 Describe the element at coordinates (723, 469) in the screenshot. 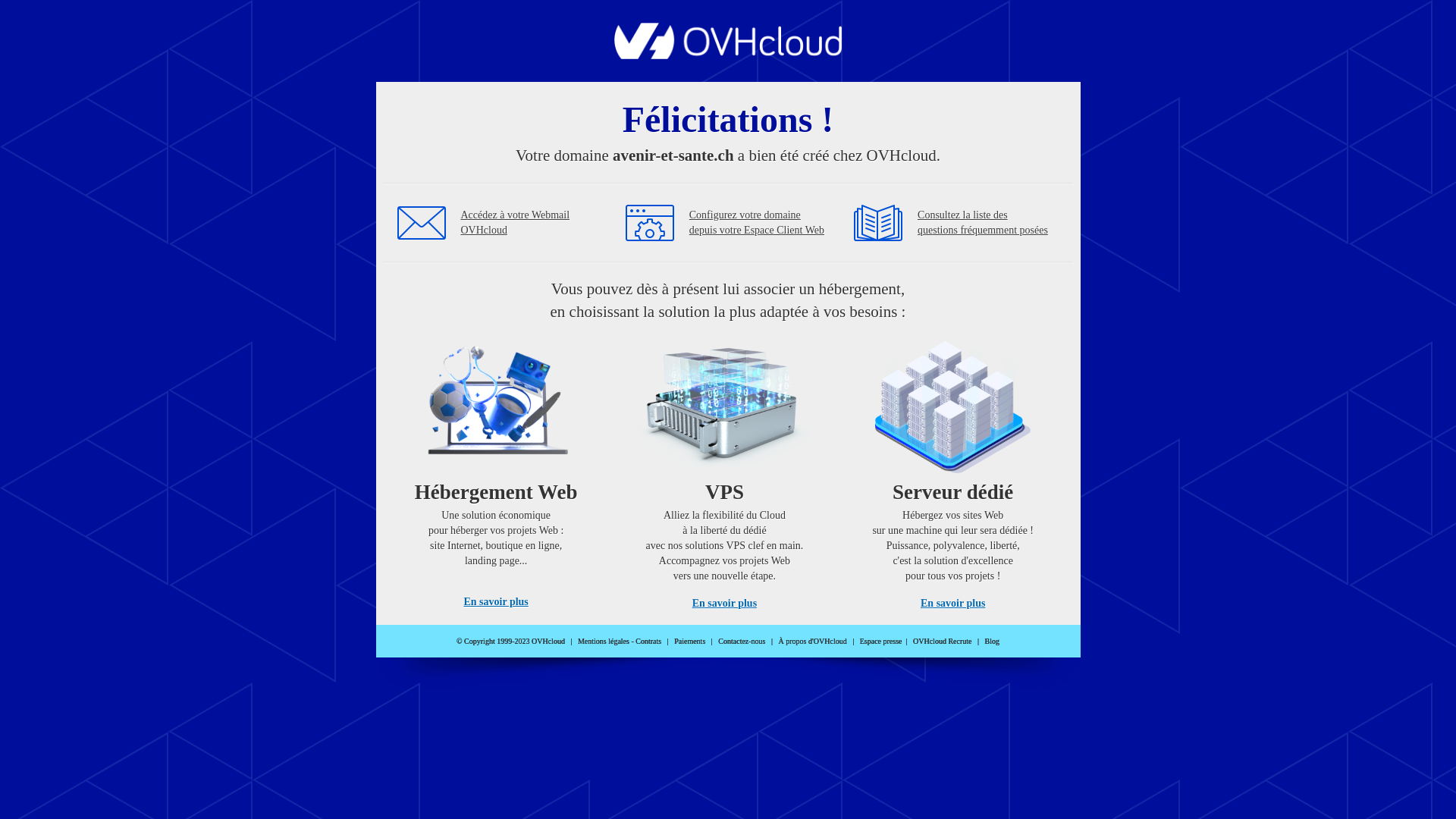

I see `'VPS'` at that location.